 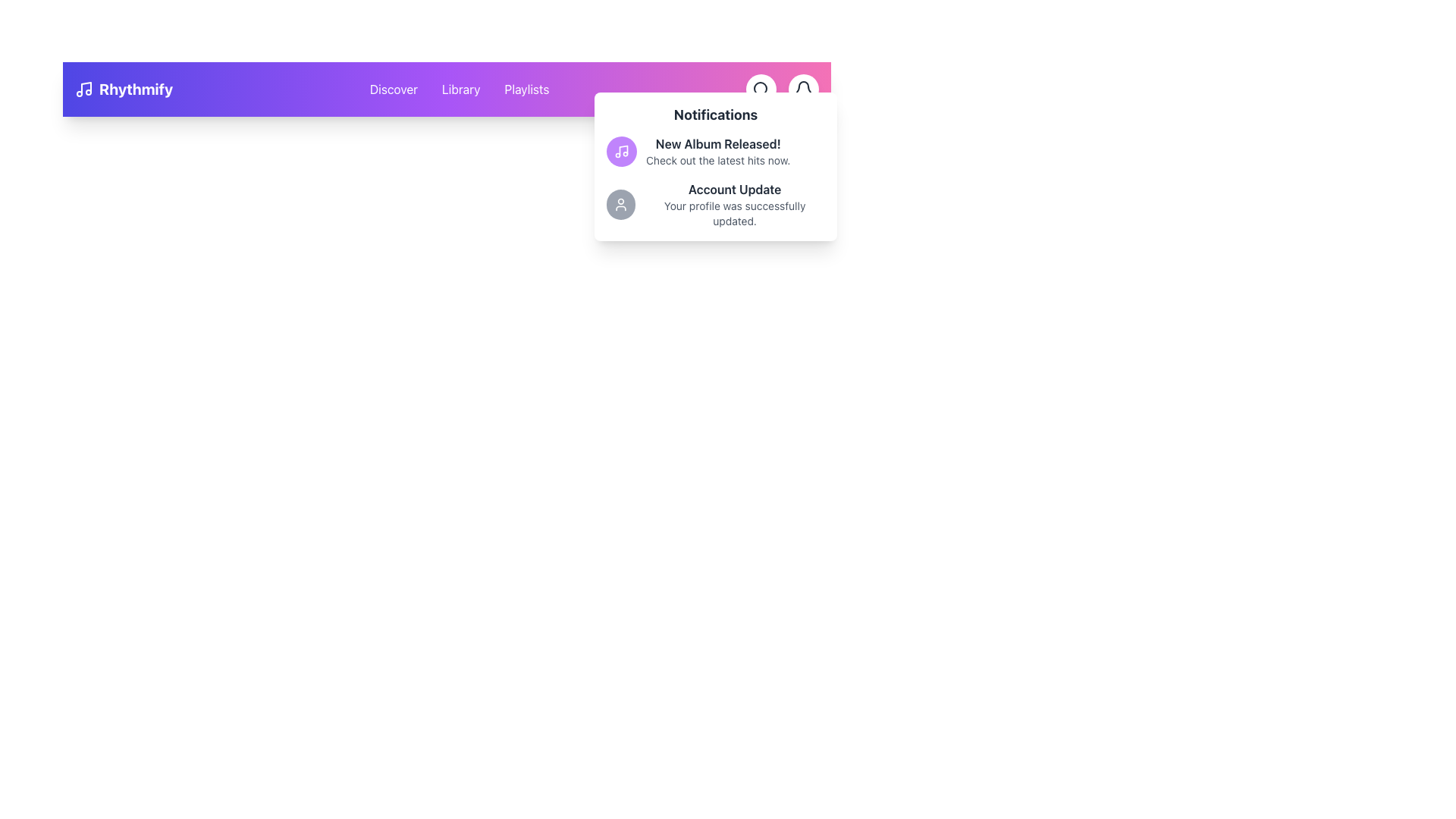 I want to click on the small SVG circle element that is part of the larger search icon located in the top navigation bar, so click(x=761, y=88).